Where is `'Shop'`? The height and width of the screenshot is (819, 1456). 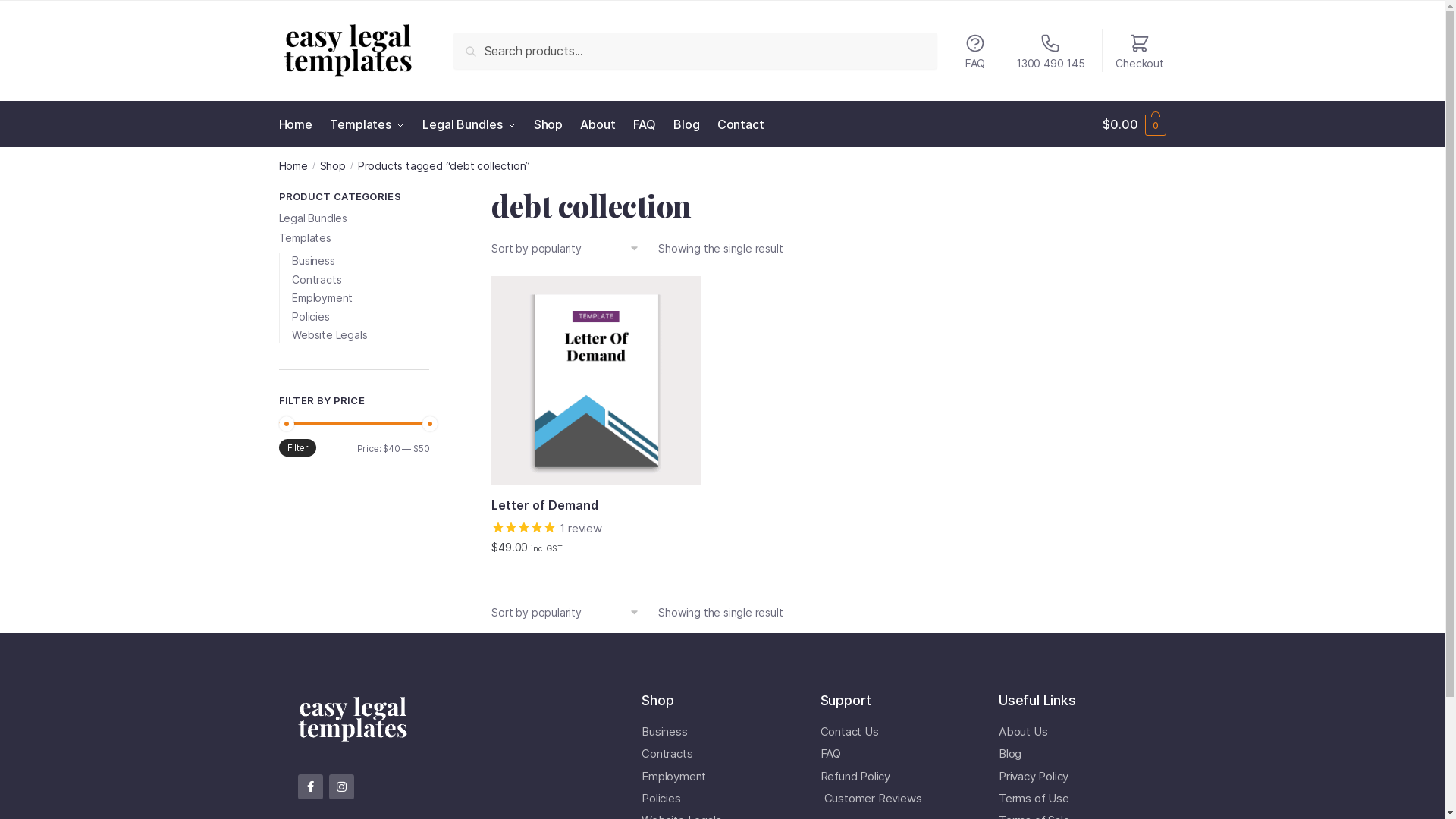 'Shop' is located at coordinates (331, 165).